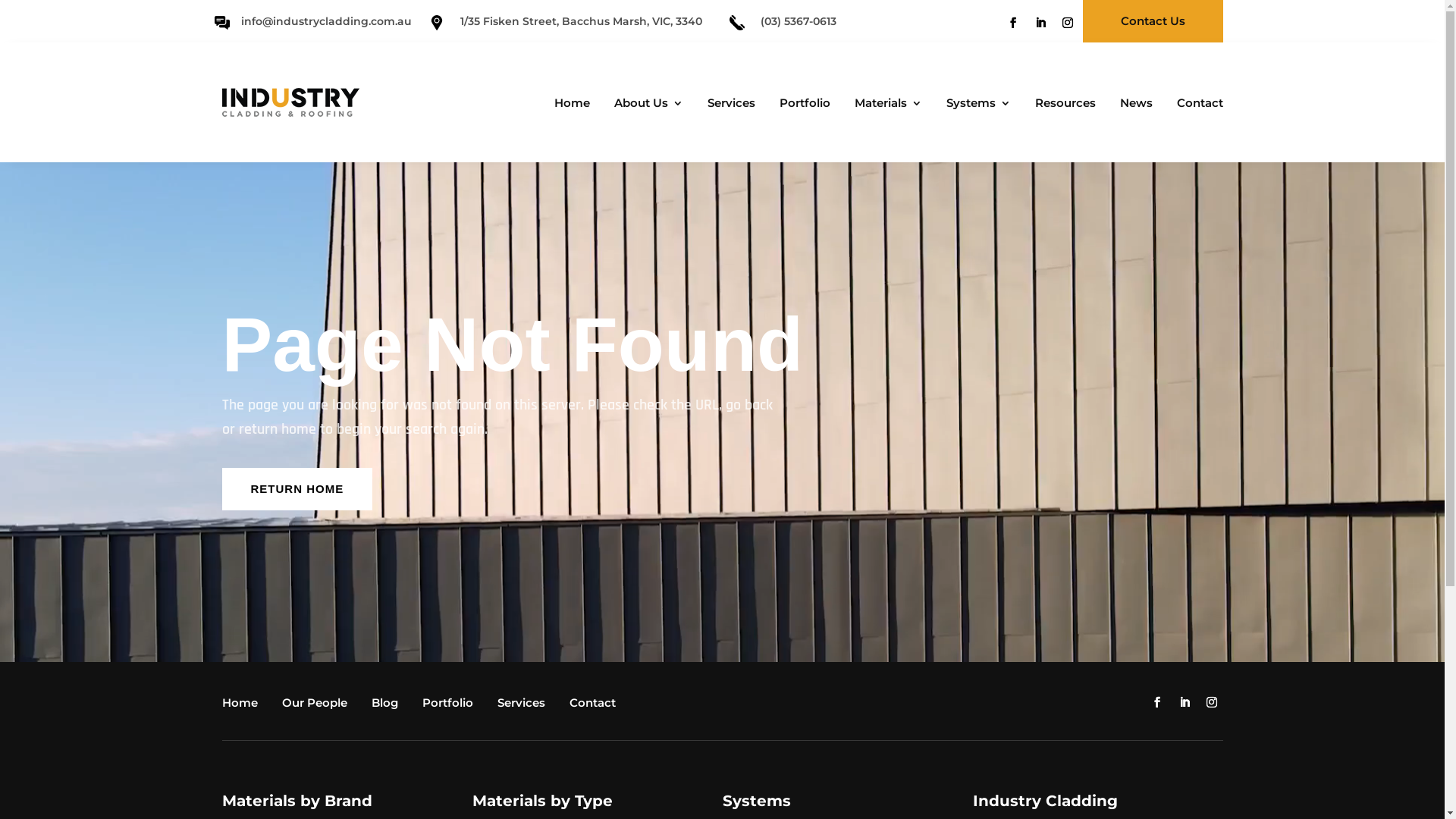 Image resolution: width=1456 pixels, height=819 pixels. What do you see at coordinates (243, 705) in the screenshot?
I see `'Home'` at bounding box center [243, 705].